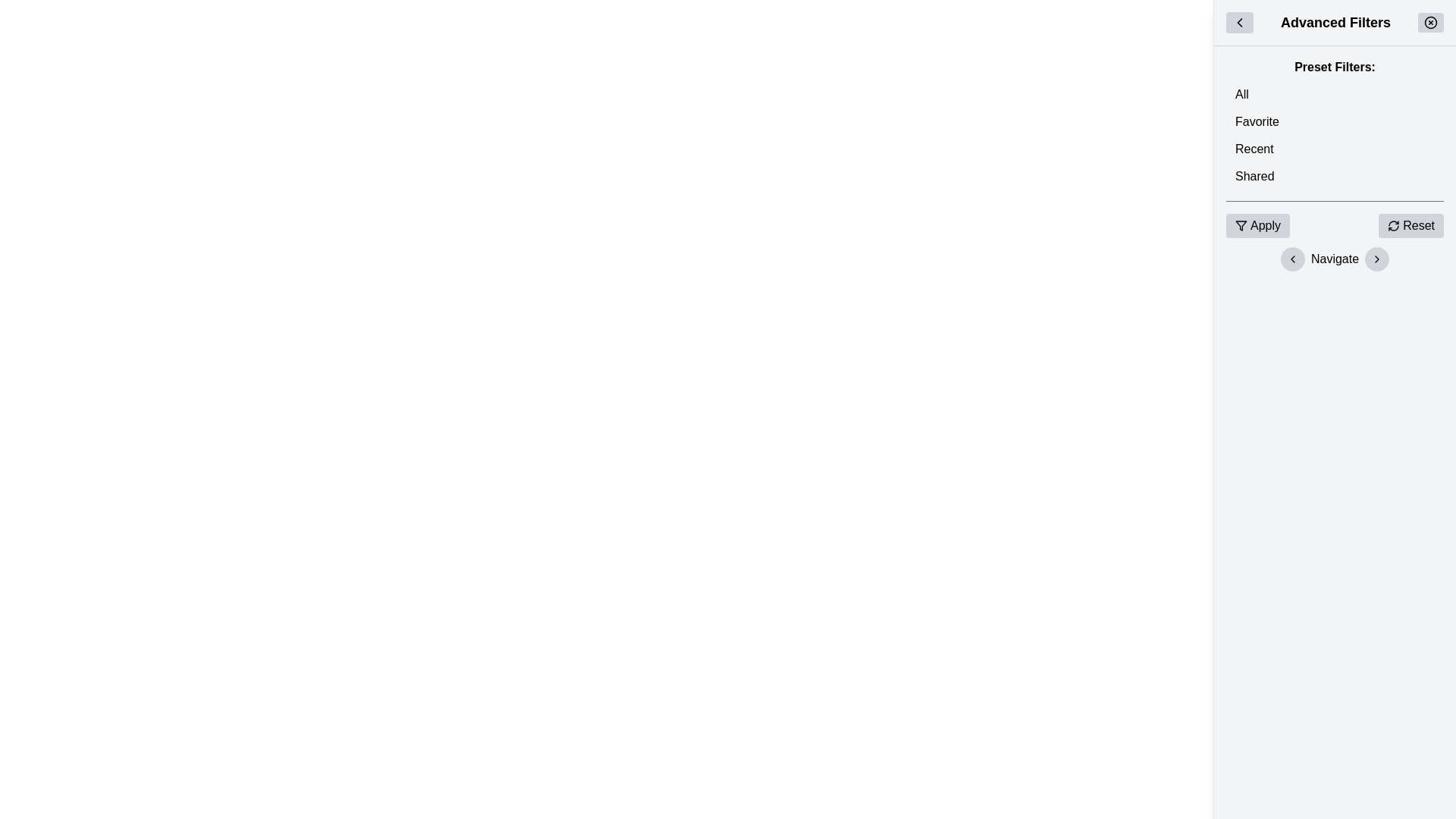  Describe the element at coordinates (1335, 121) in the screenshot. I see `the 'Favorite' button element, which is the second button in the list under 'Preset Filters' in the right panel of the interface` at that location.